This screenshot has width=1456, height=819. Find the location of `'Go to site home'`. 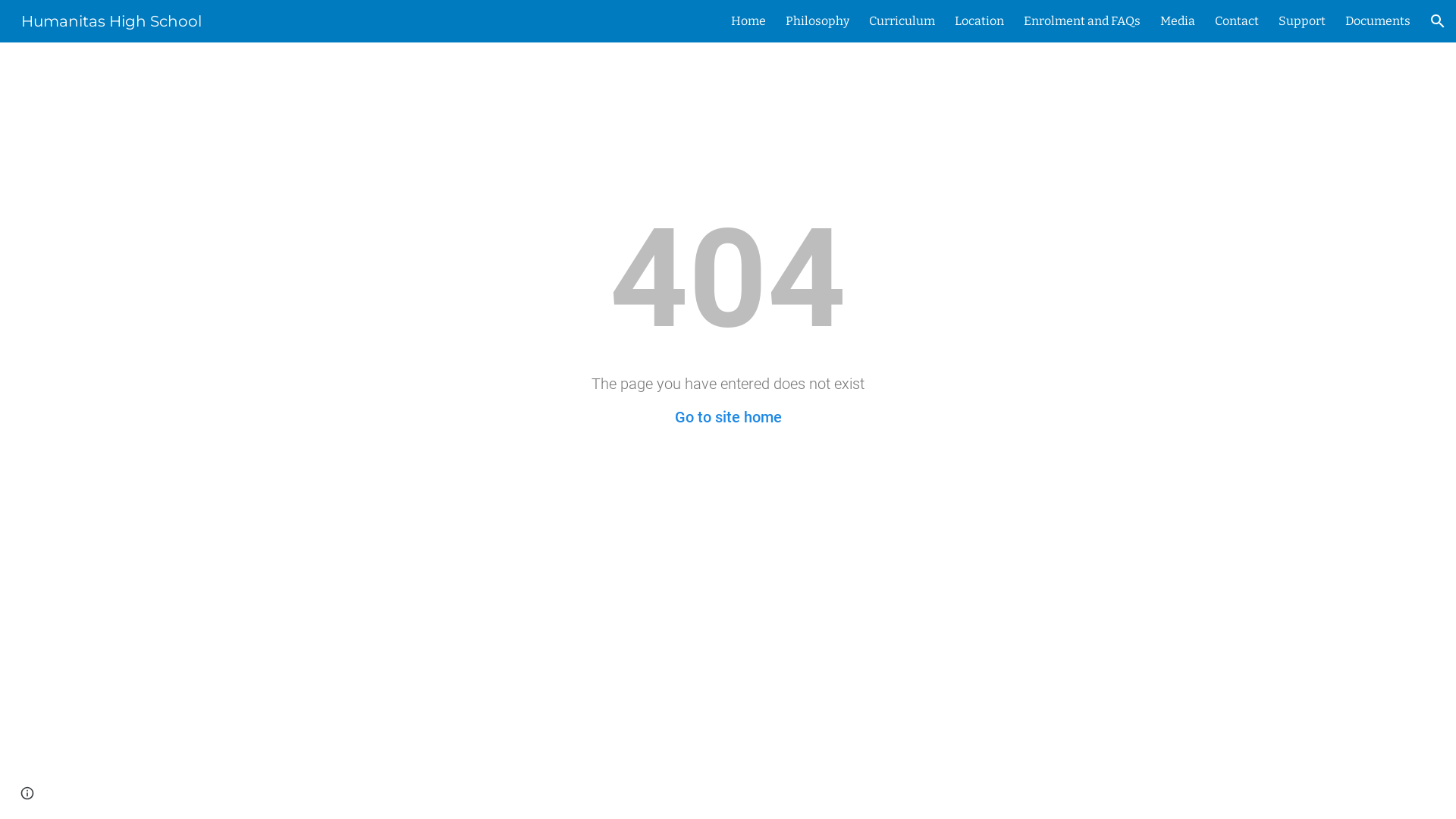

'Go to site home' is located at coordinates (728, 417).